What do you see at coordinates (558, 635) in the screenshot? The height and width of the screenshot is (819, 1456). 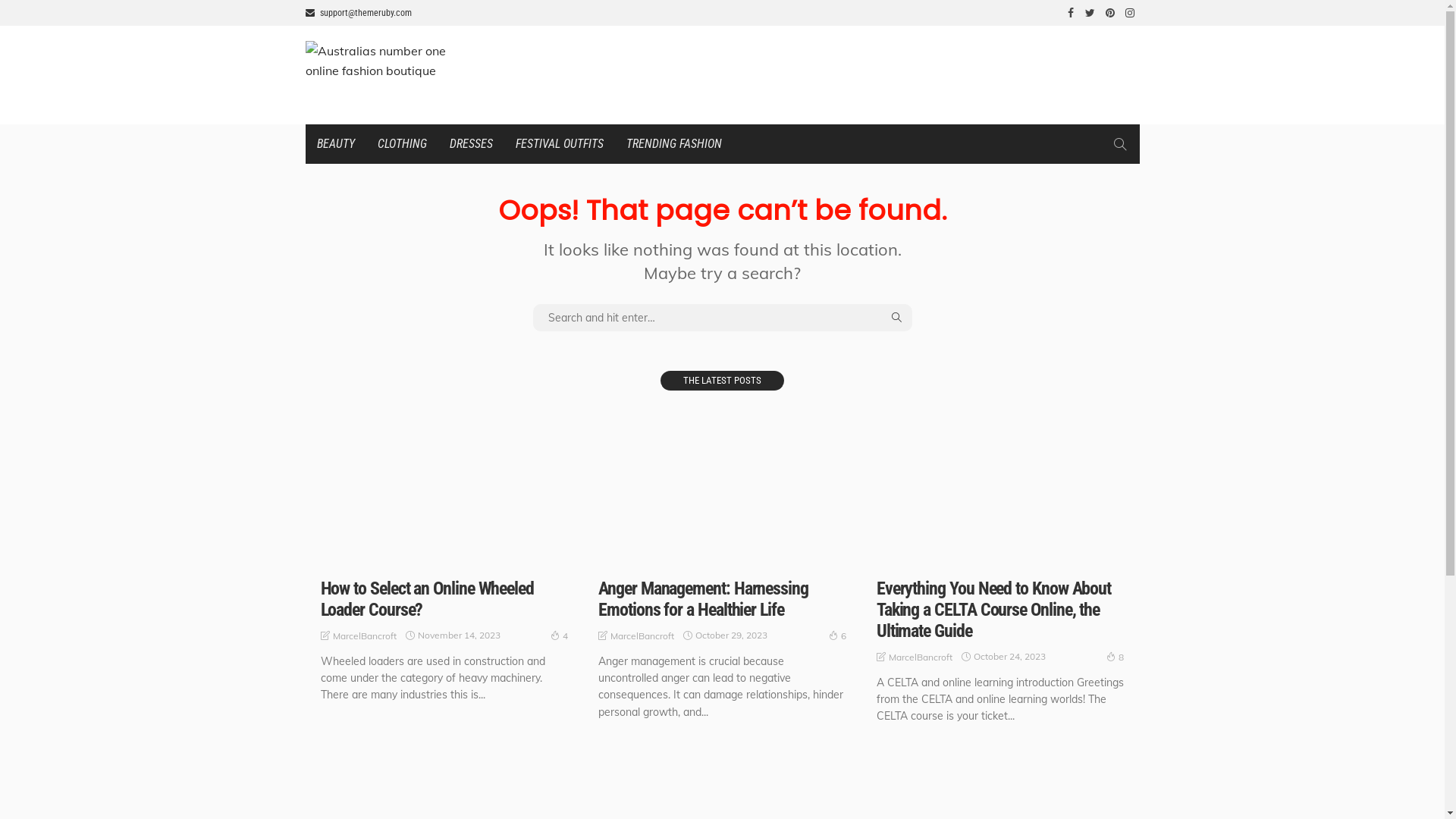 I see `'4'` at bounding box center [558, 635].